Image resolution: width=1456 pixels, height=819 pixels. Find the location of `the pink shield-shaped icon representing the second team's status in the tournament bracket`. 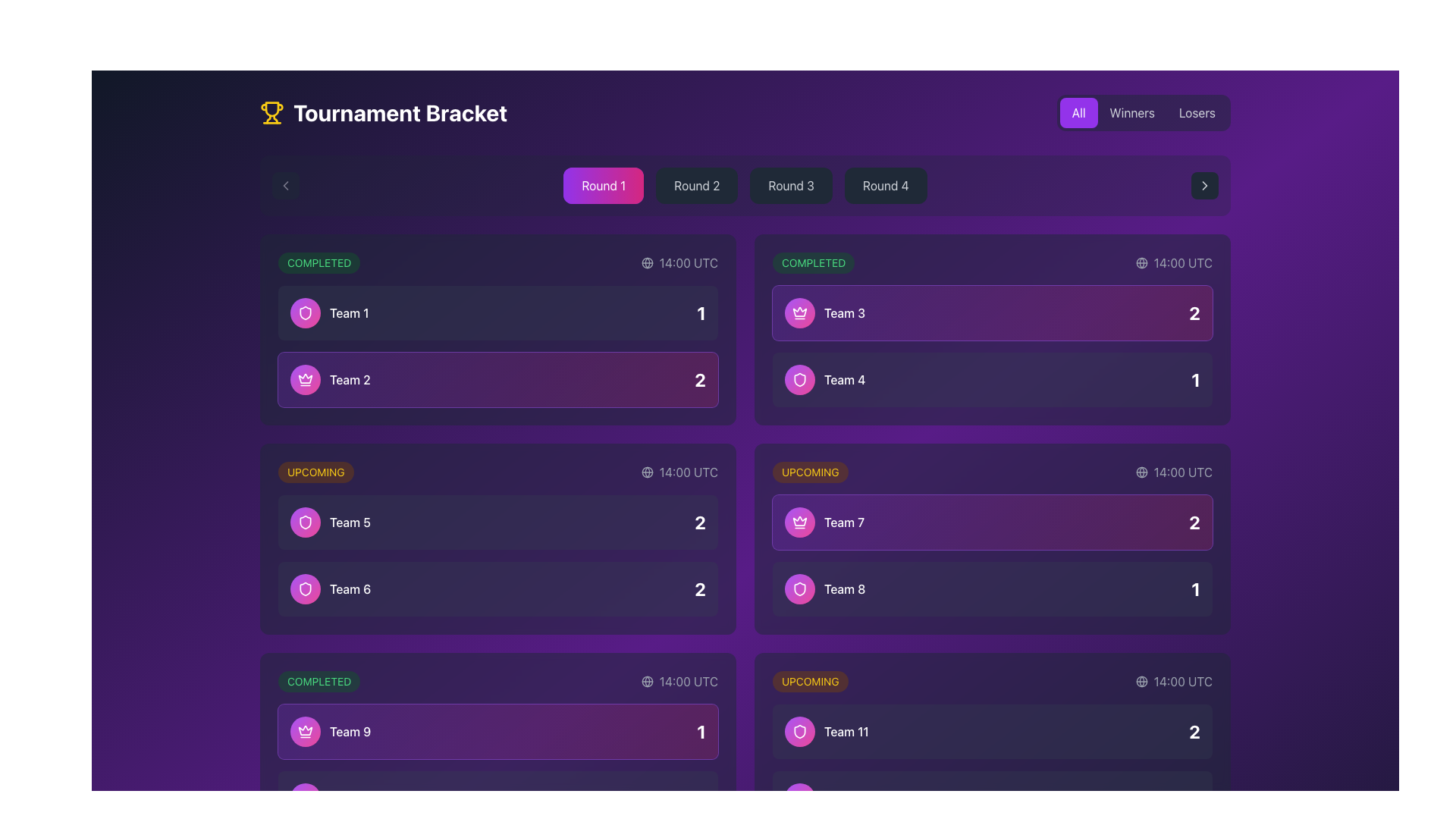

the pink shield-shaped icon representing the second team's status in the tournament bracket is located at coordinates (799, 588).